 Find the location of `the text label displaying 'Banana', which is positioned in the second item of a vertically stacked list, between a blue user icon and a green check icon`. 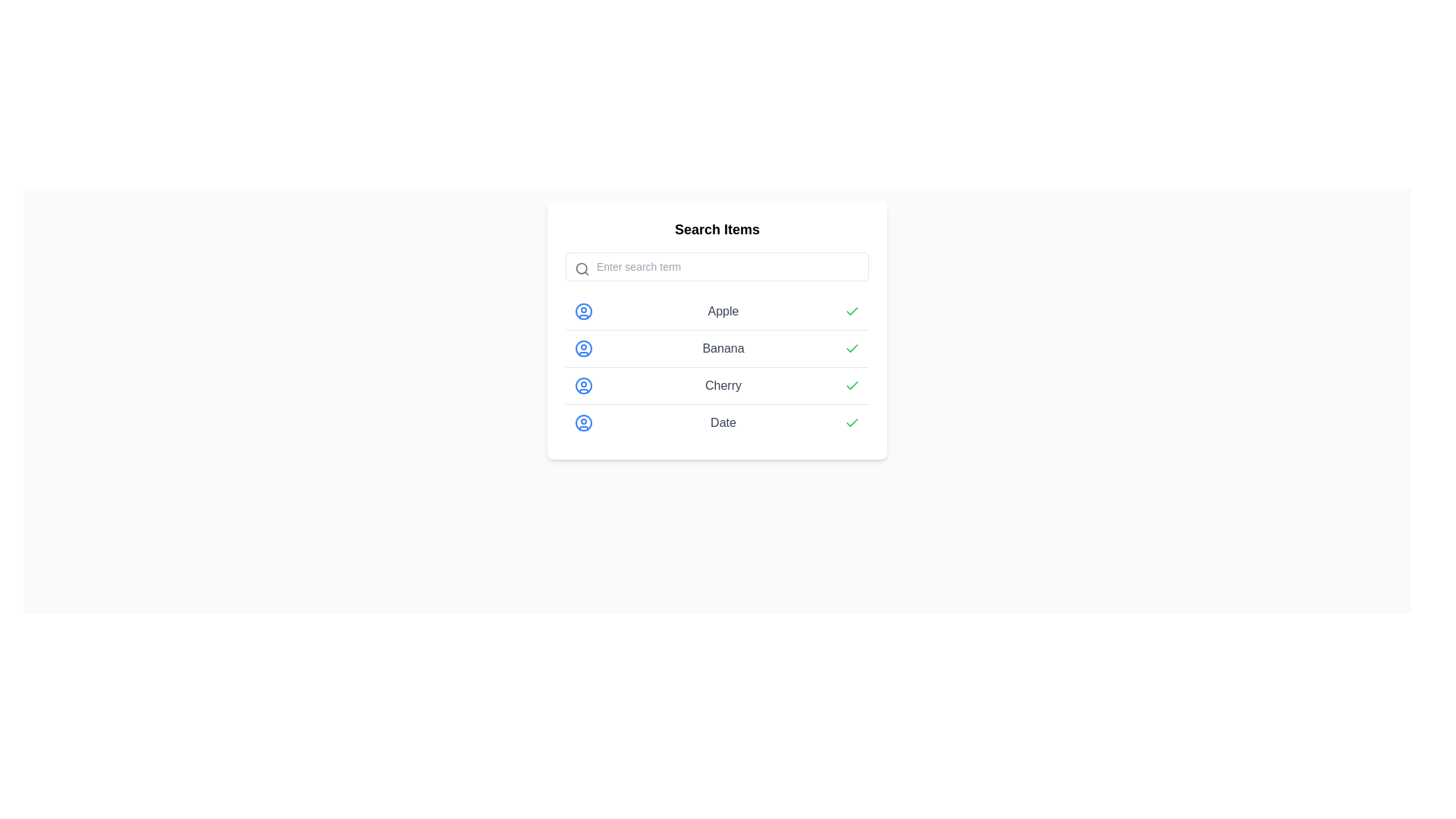

the text label displaying 'Banana', which is positioned in the second item of a vertically stacked list, between a blue user icon and a green check icon is located at coordinates (723, 348).